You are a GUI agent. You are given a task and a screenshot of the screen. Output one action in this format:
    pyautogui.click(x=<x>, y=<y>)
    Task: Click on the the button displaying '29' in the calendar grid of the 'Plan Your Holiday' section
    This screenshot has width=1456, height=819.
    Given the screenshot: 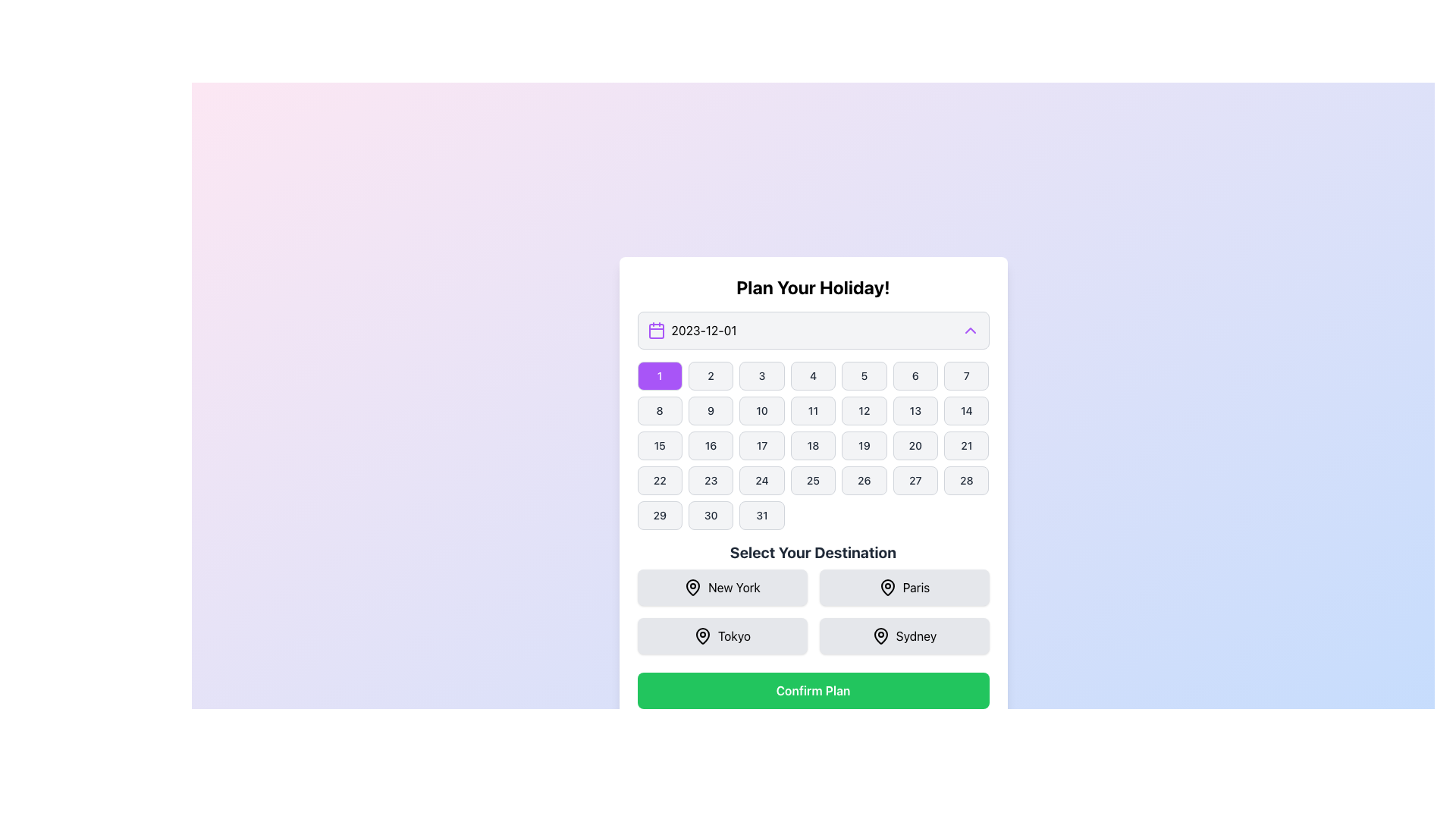 What is the action you would take?
    pyautogui.click(x=660, y=514)
    